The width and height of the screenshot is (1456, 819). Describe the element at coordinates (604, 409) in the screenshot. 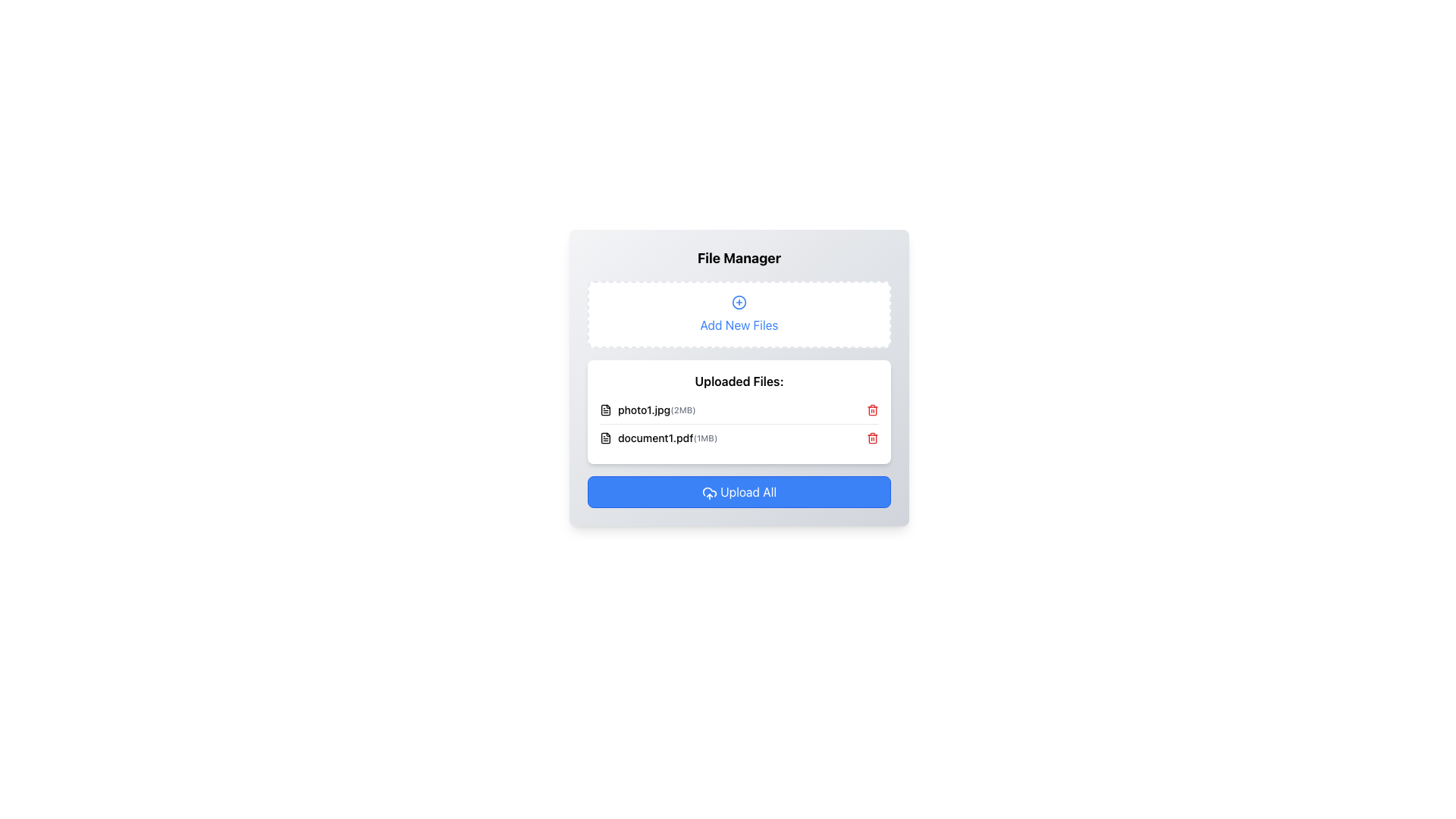

I see `the file type icon located immediately to the left of the text 'photo1.jpg (2MB)' in the uploaded items list of the file manager interface` at that location.